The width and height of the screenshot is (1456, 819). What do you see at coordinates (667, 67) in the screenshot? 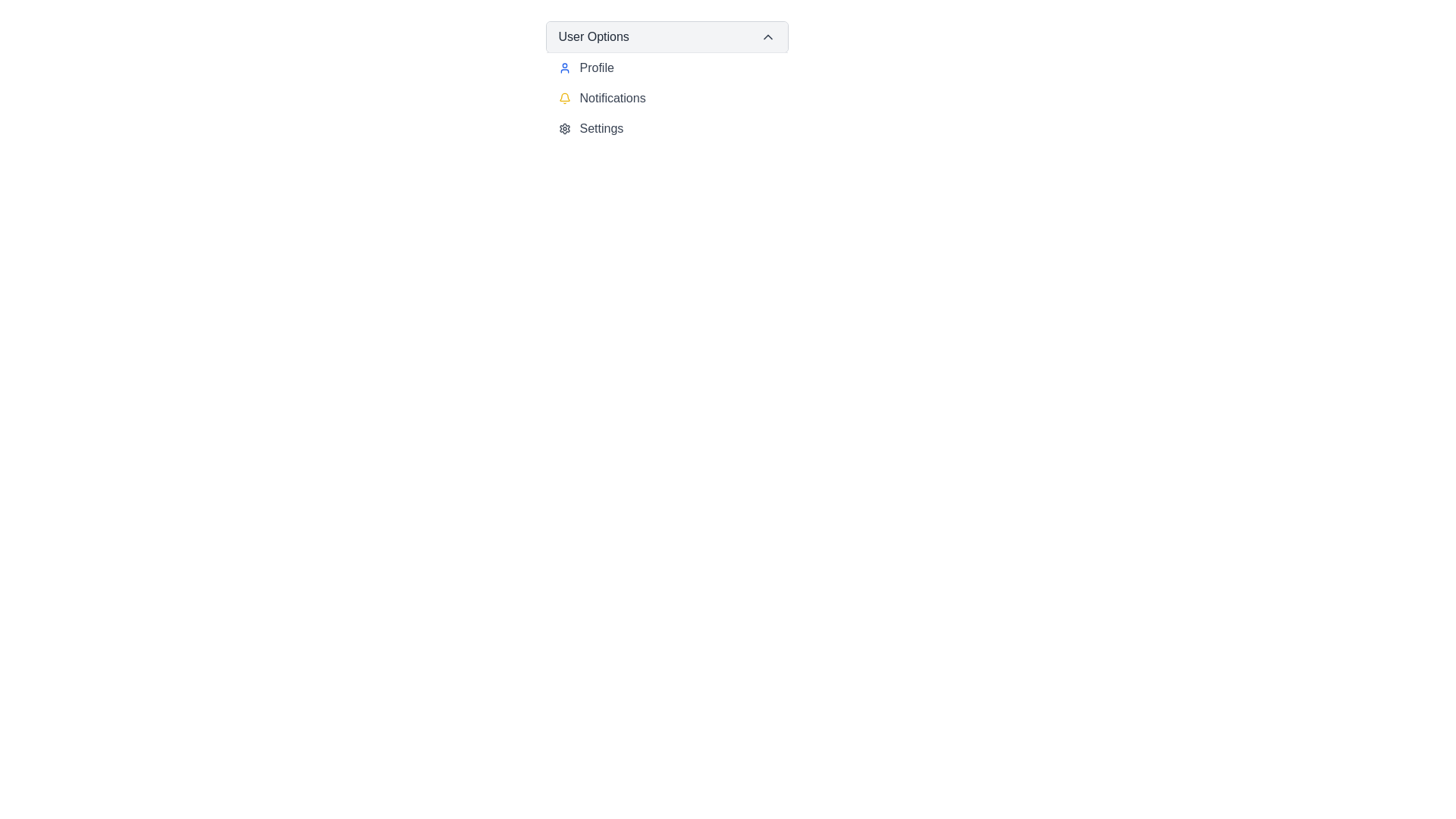
I see `the 'Profile' menu item in the dropdown menu labeled 'User Options'` at bounding box center [667, 67].